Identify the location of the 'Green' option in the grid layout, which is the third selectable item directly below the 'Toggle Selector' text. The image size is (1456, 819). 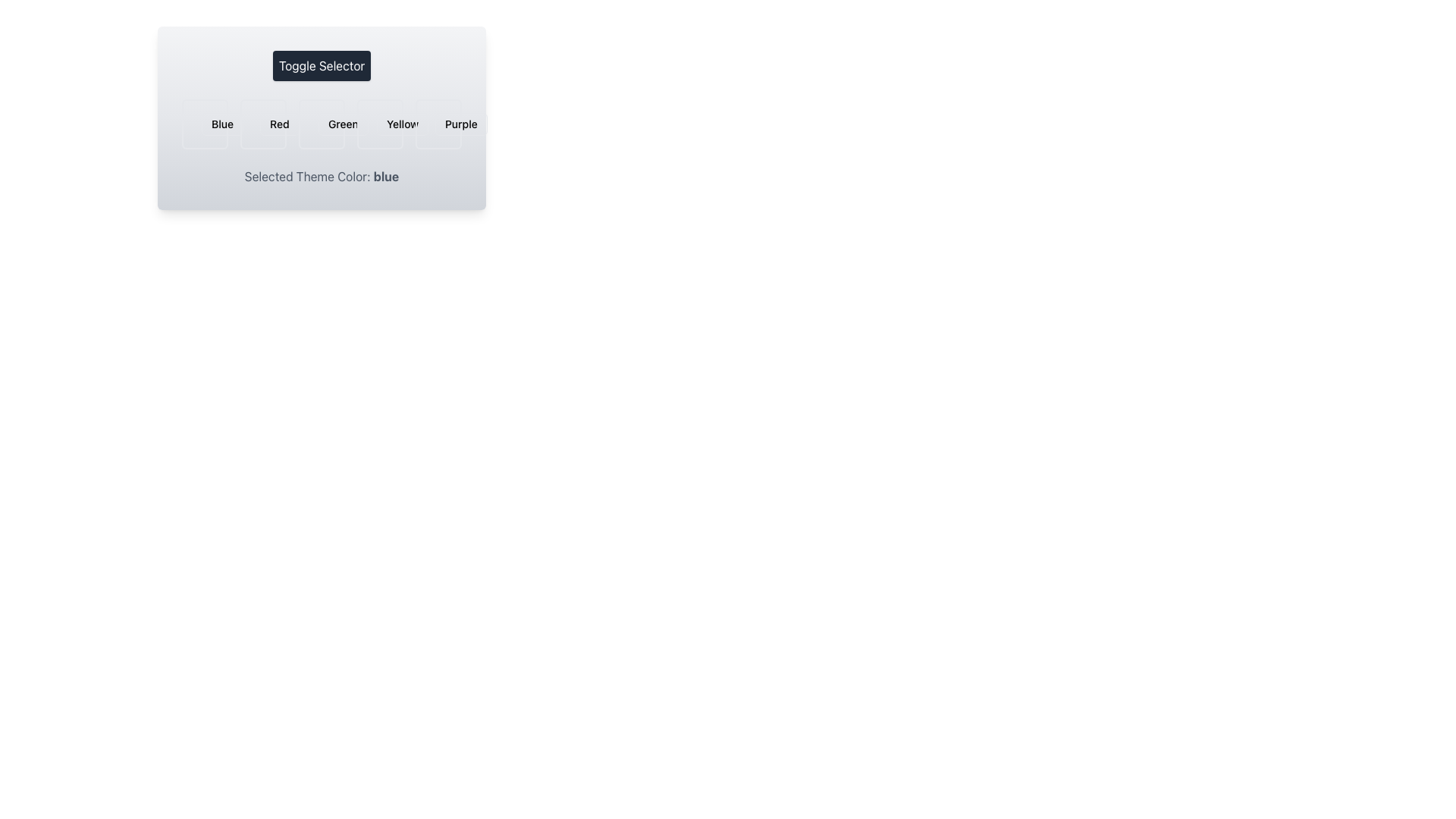
(321, 124).